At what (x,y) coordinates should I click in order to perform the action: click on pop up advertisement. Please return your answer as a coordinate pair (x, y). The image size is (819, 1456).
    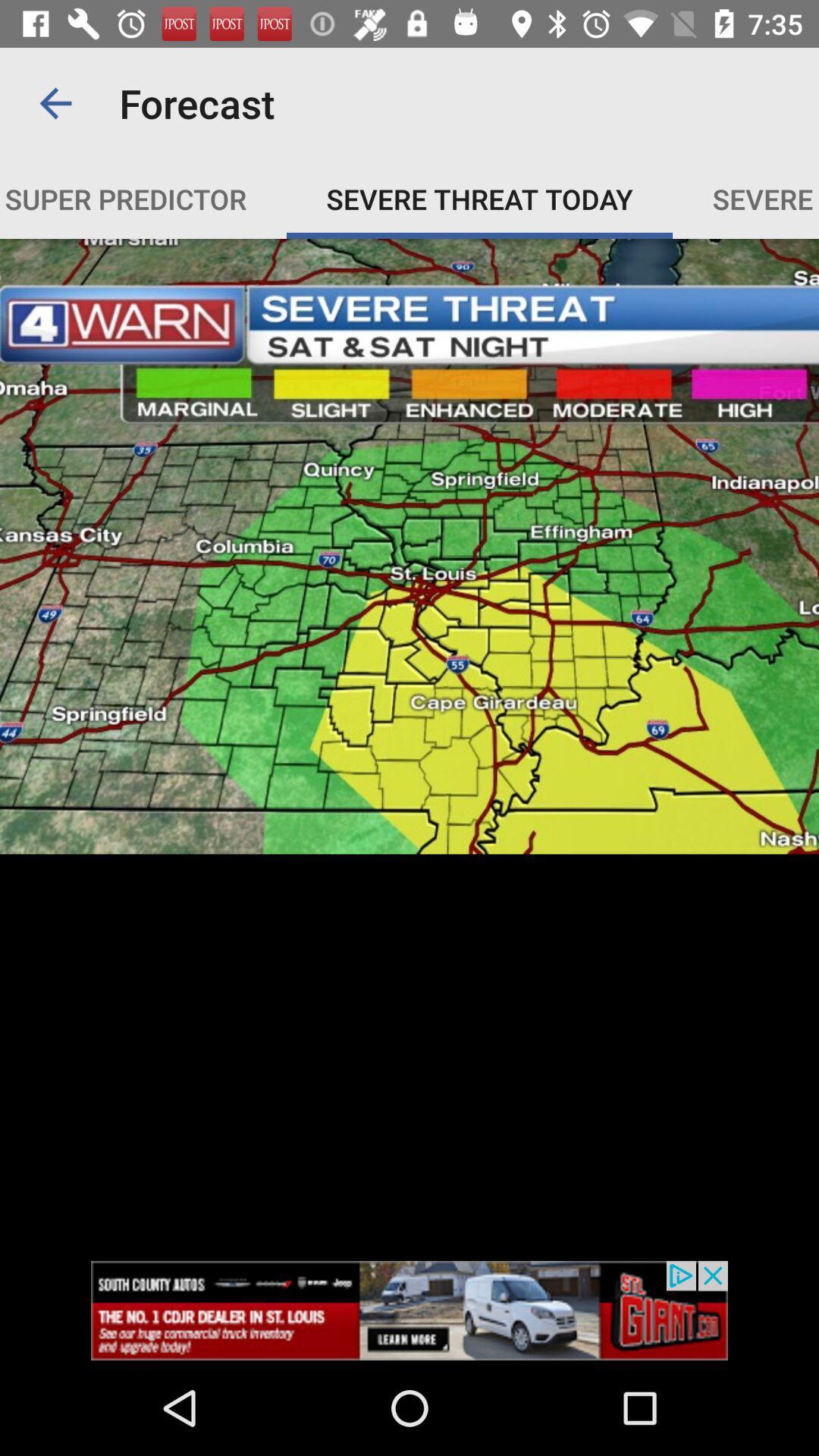
    Looking at the image, I should click on (409, 1310).